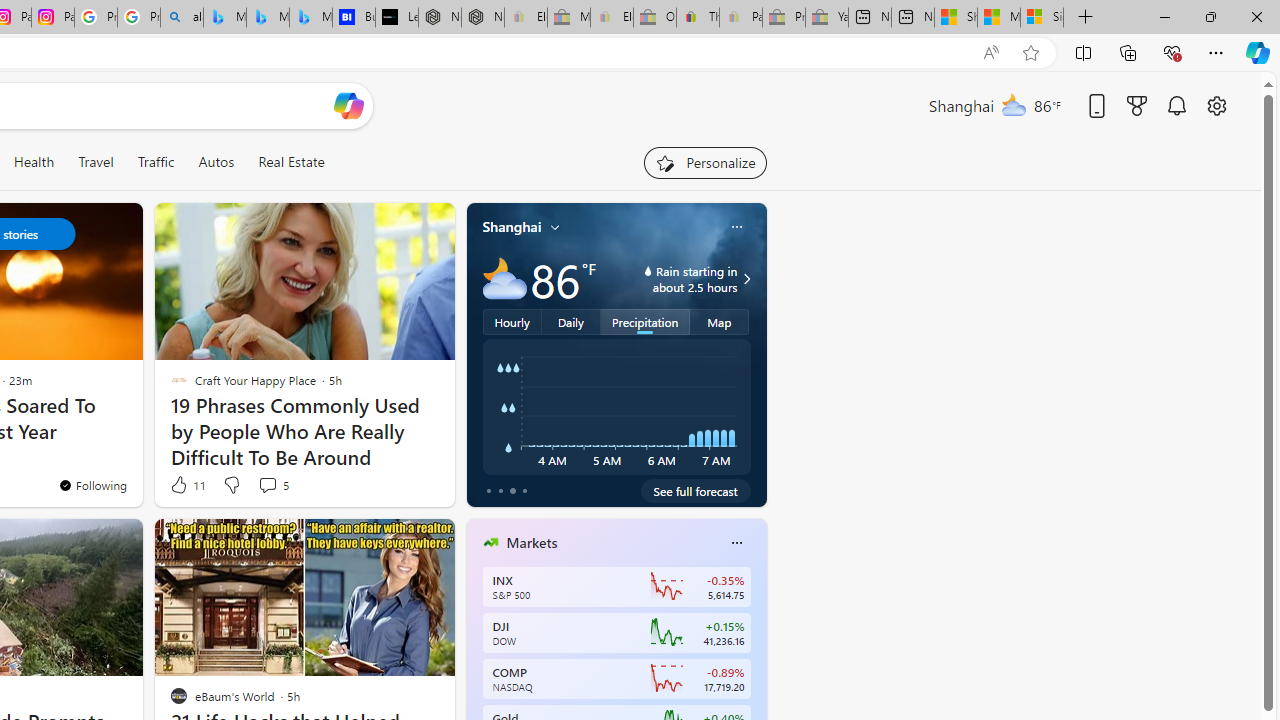 The height and width of the screenshot is (720, 1280). Describe the element at coordinates (488, 491) in the screenshot. I see `'tab-0'` at that location.